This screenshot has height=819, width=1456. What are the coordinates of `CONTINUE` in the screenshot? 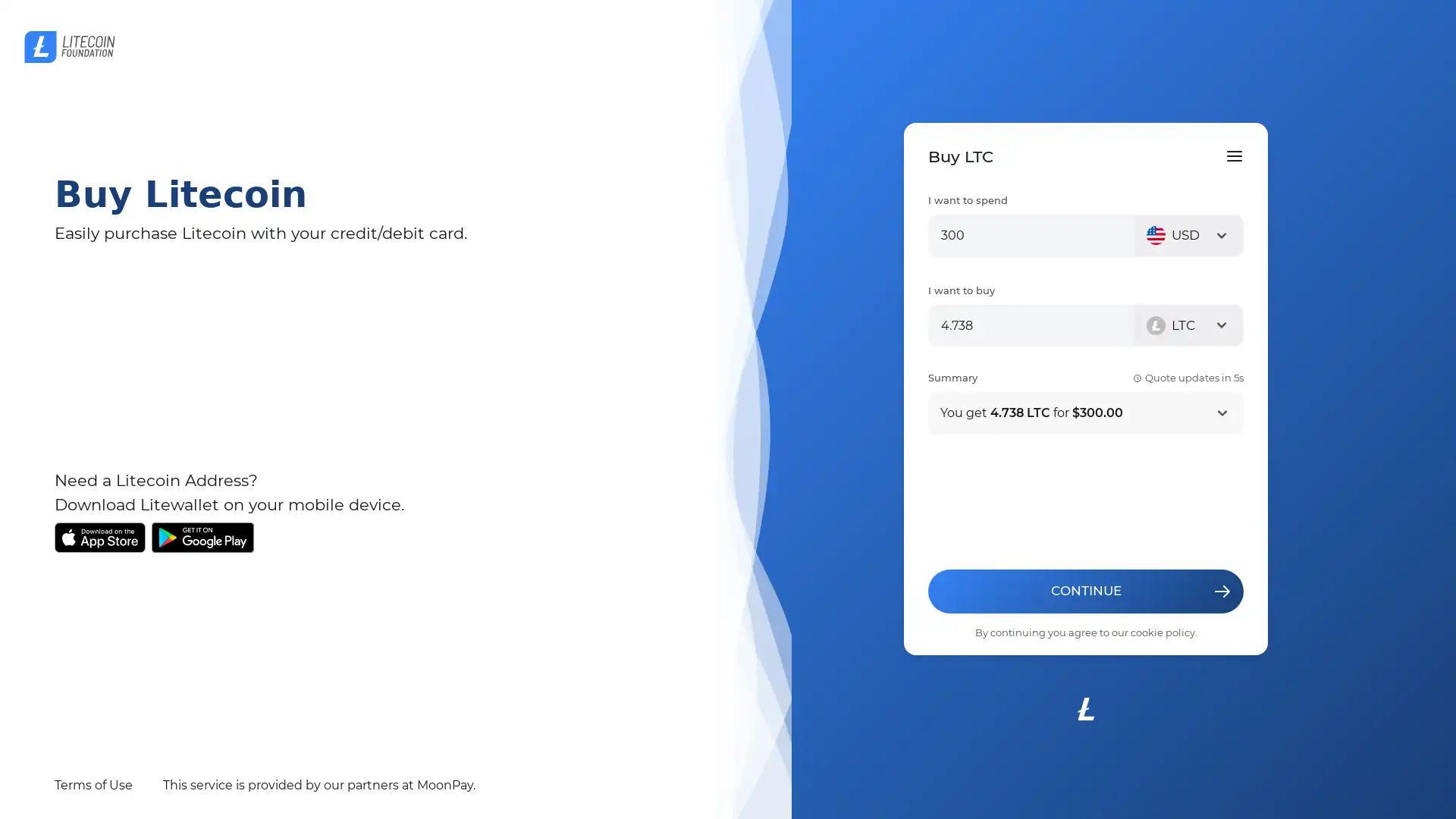 It's located at (1084, 590).